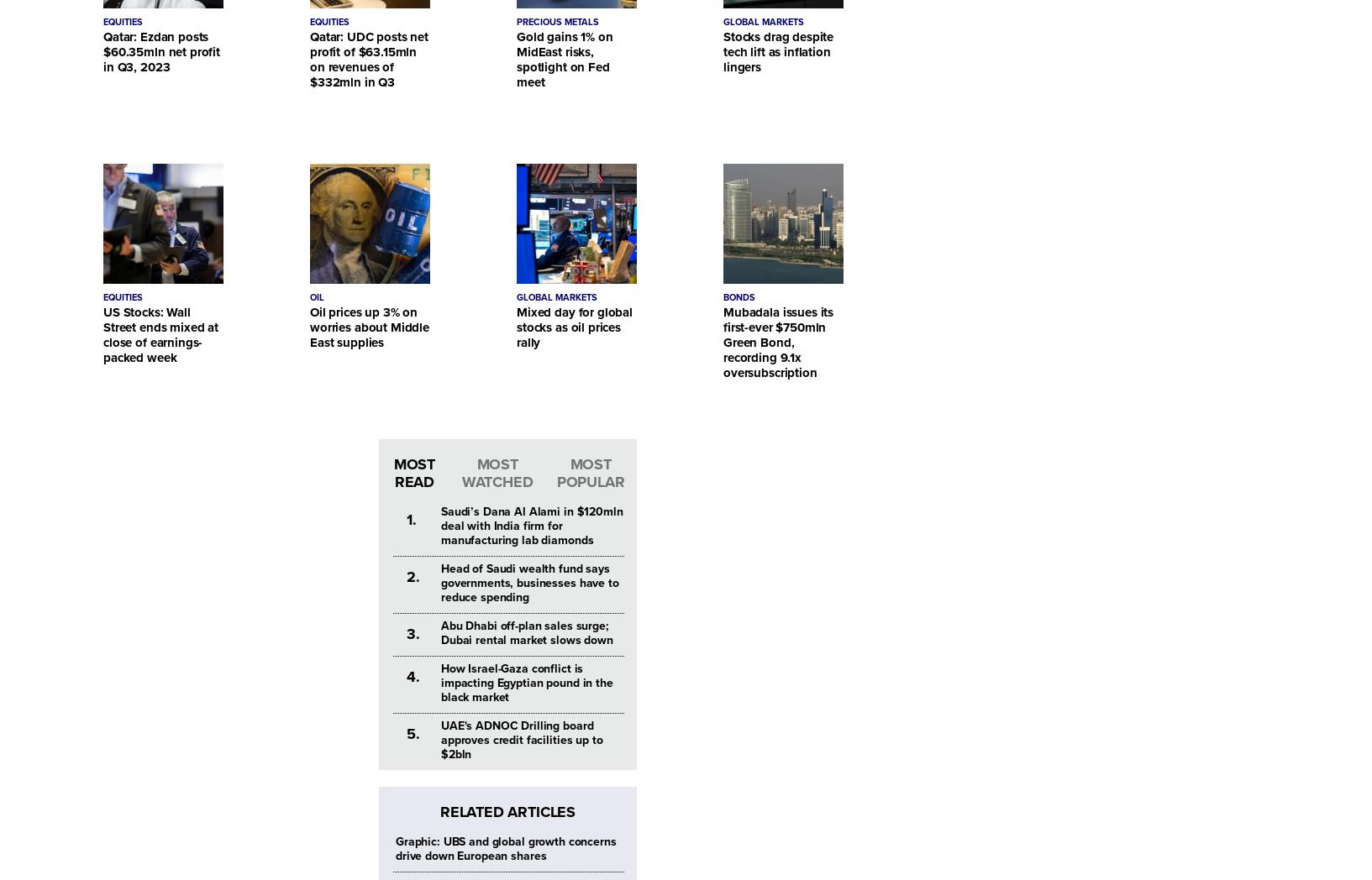  What do you see at coordinates (528, 583) in the screenshot?
I see `'Head of Saudi wealth fund says governments, businesses have to reduce spending'` at bounding box center [528, 583].